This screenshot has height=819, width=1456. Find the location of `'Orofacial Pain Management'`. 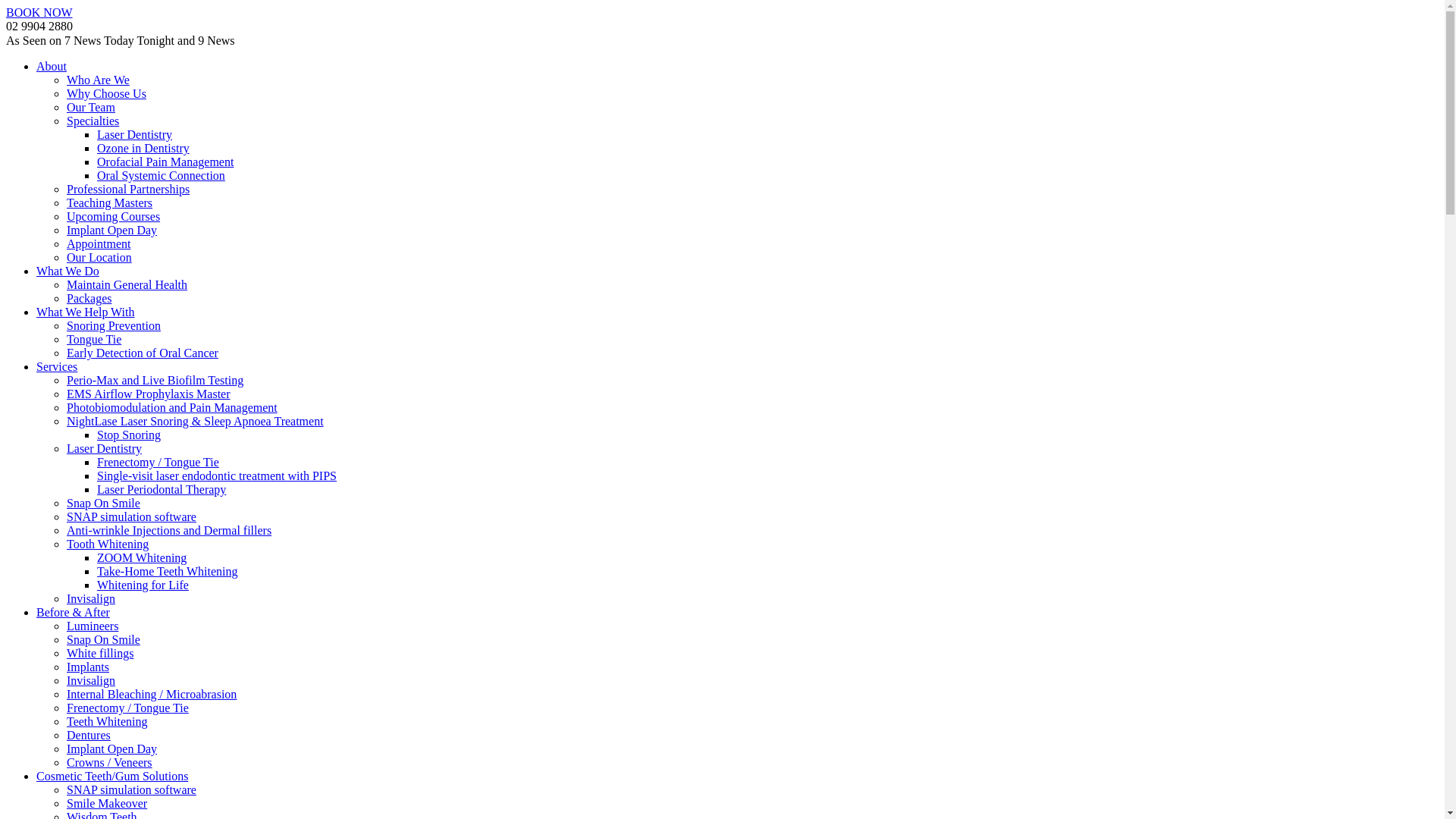

'Orofacial Pain Management' is located at coordinates (165, 162).